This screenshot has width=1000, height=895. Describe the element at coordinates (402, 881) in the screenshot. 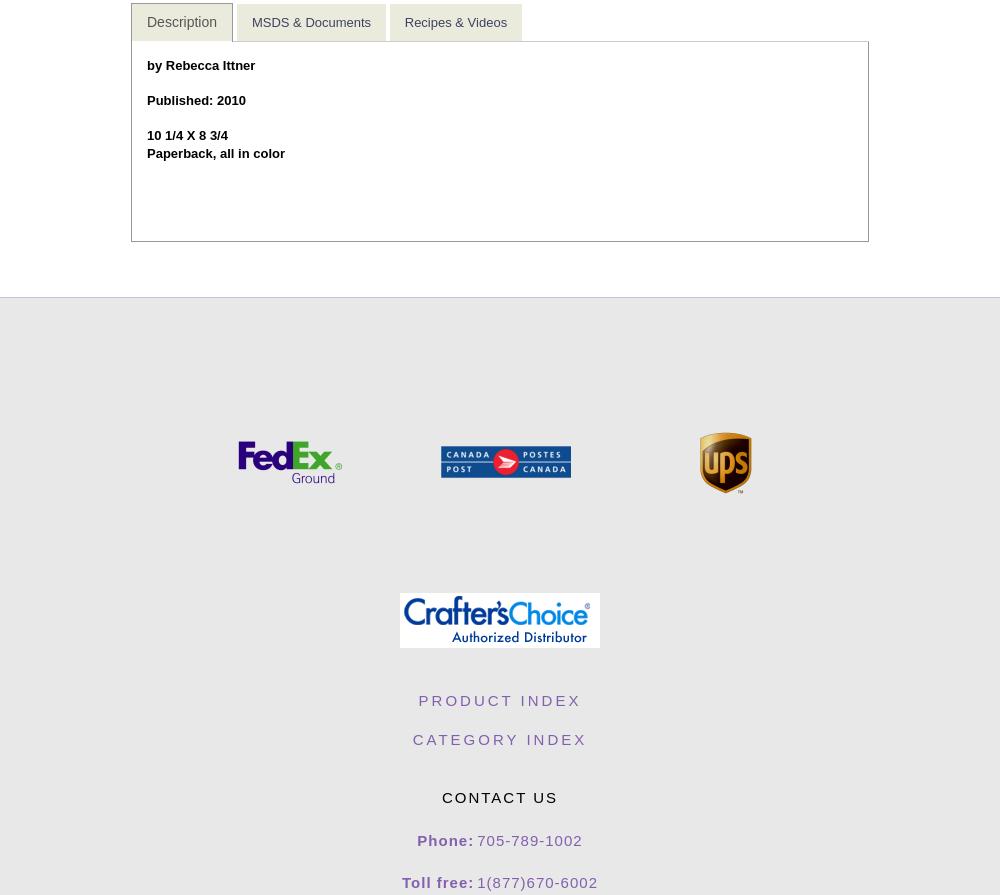

I see `'Toll free:'` at that location.